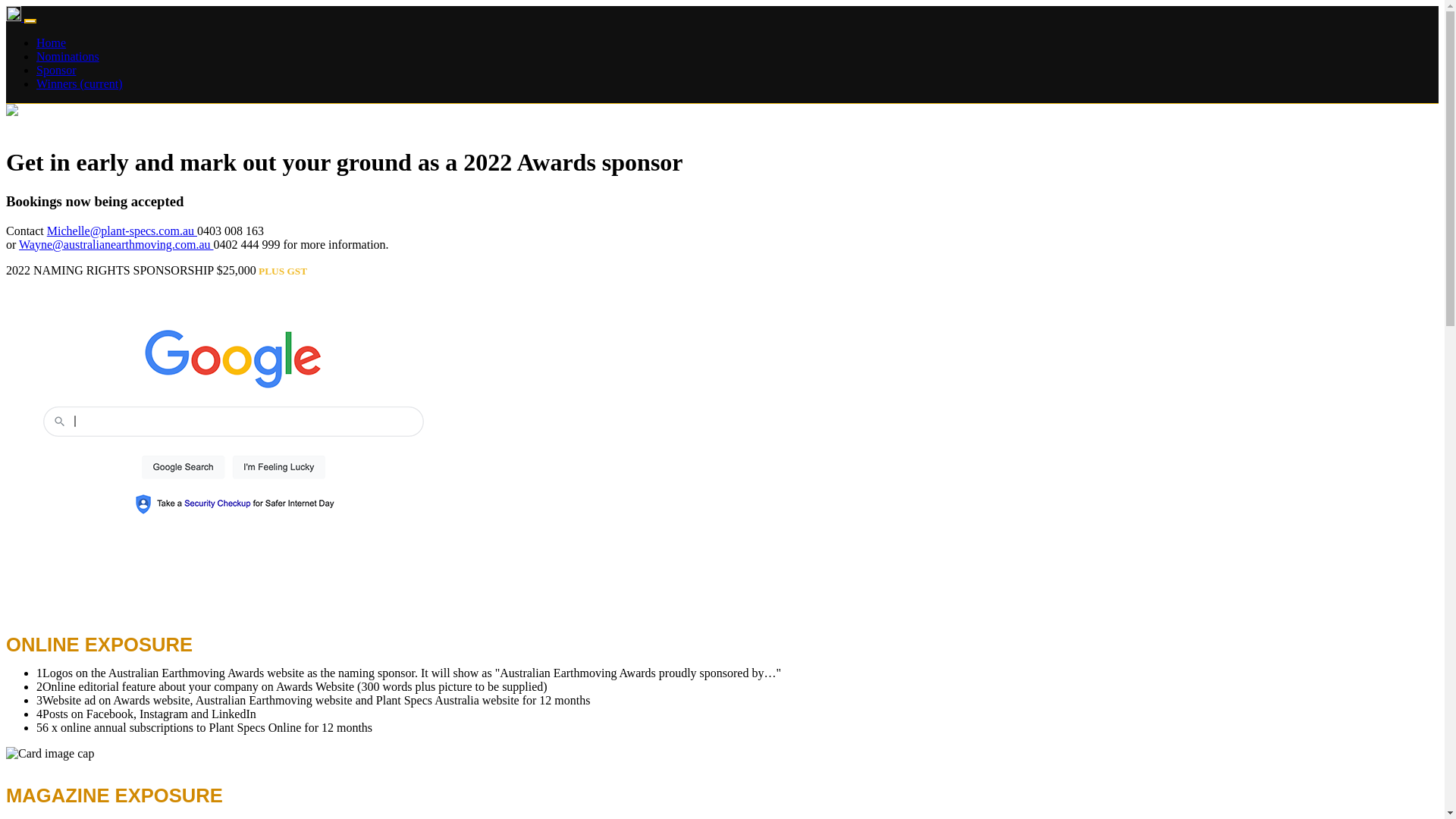  I want to click on 'Michelle@plant-specs.com.au', so click(47, 231).